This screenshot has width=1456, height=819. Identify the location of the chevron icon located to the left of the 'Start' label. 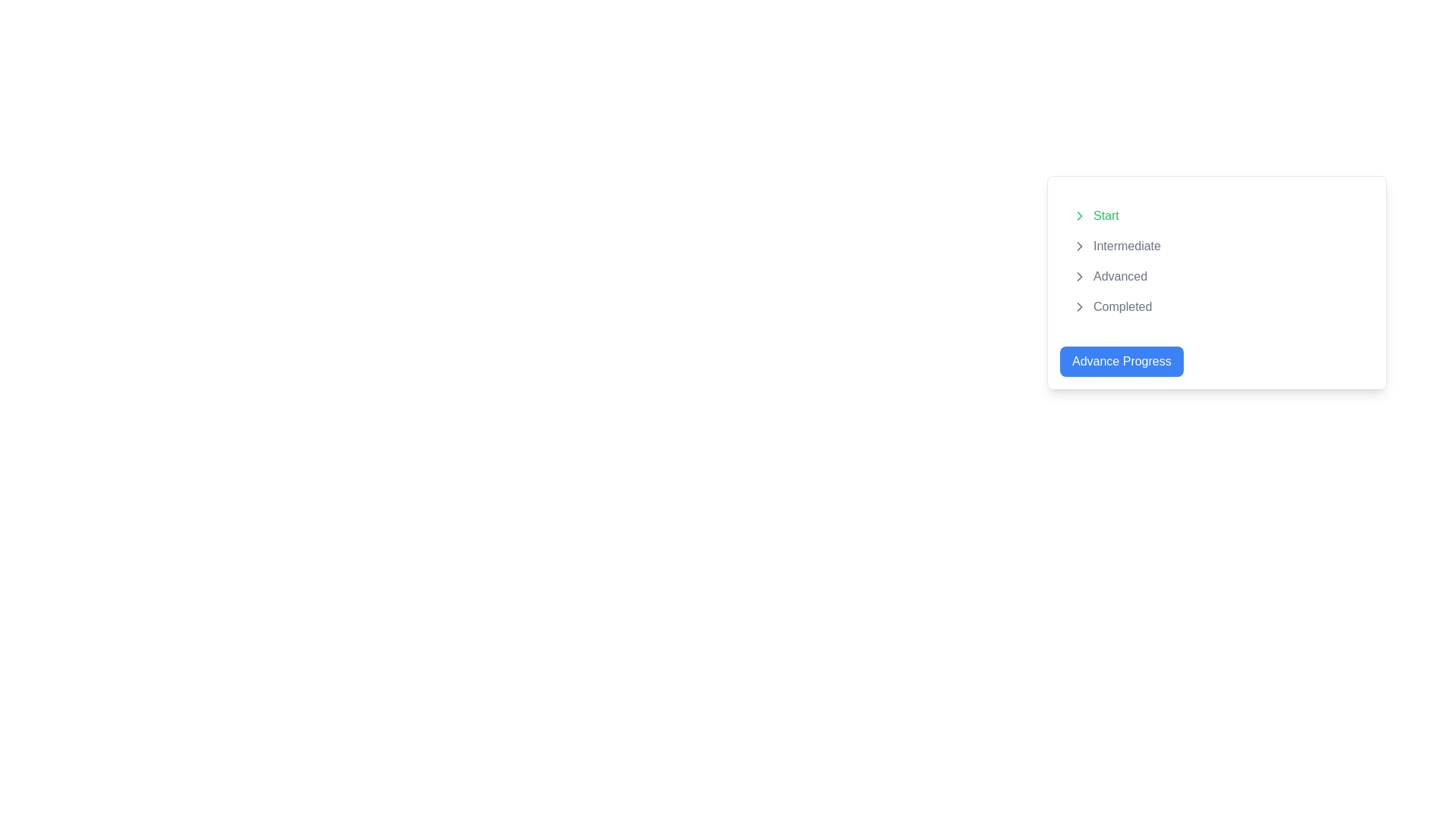
(1079, 216).